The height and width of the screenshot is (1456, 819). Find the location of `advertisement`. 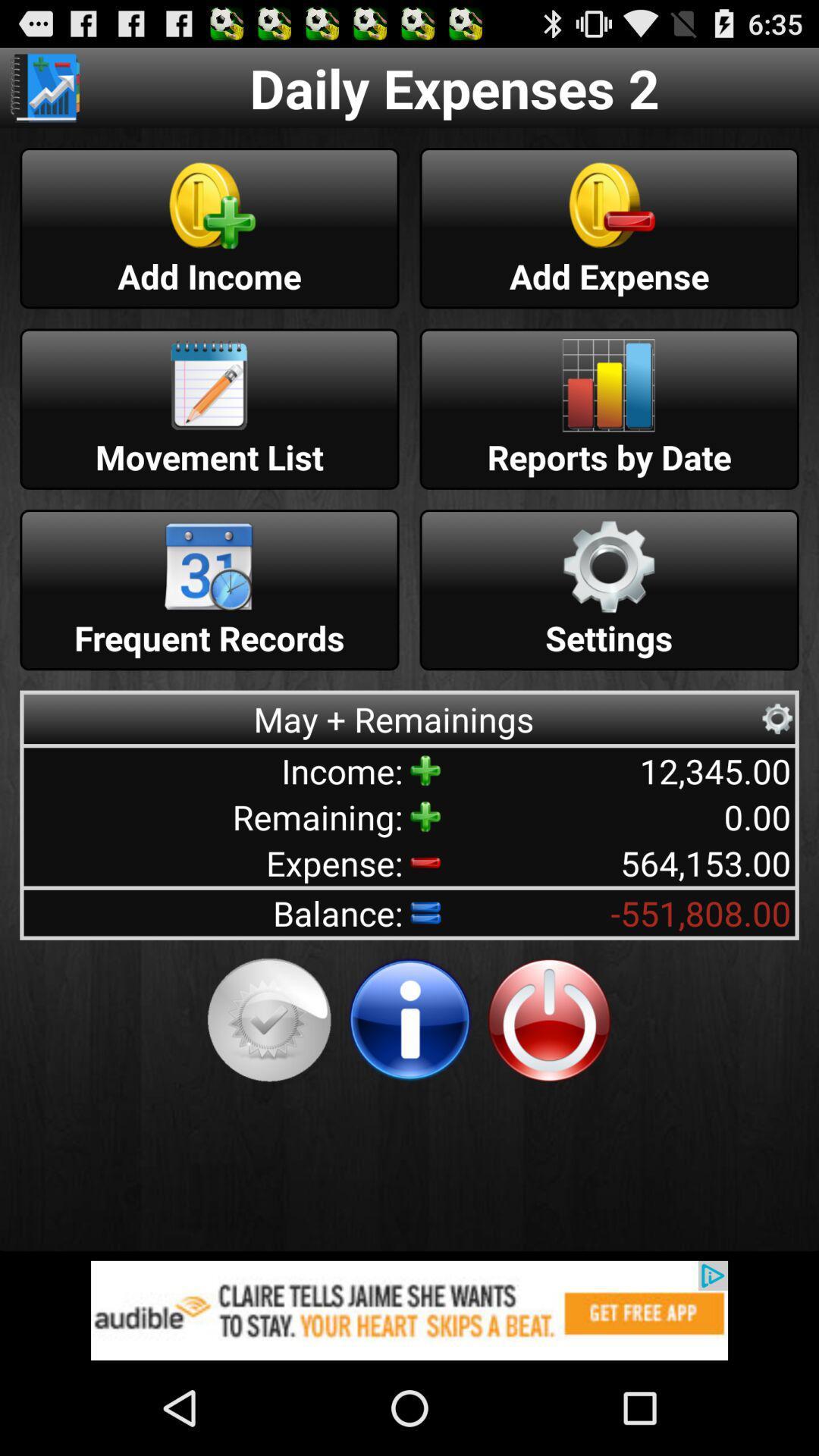

advertisement is located at coordinates (409, 1310).